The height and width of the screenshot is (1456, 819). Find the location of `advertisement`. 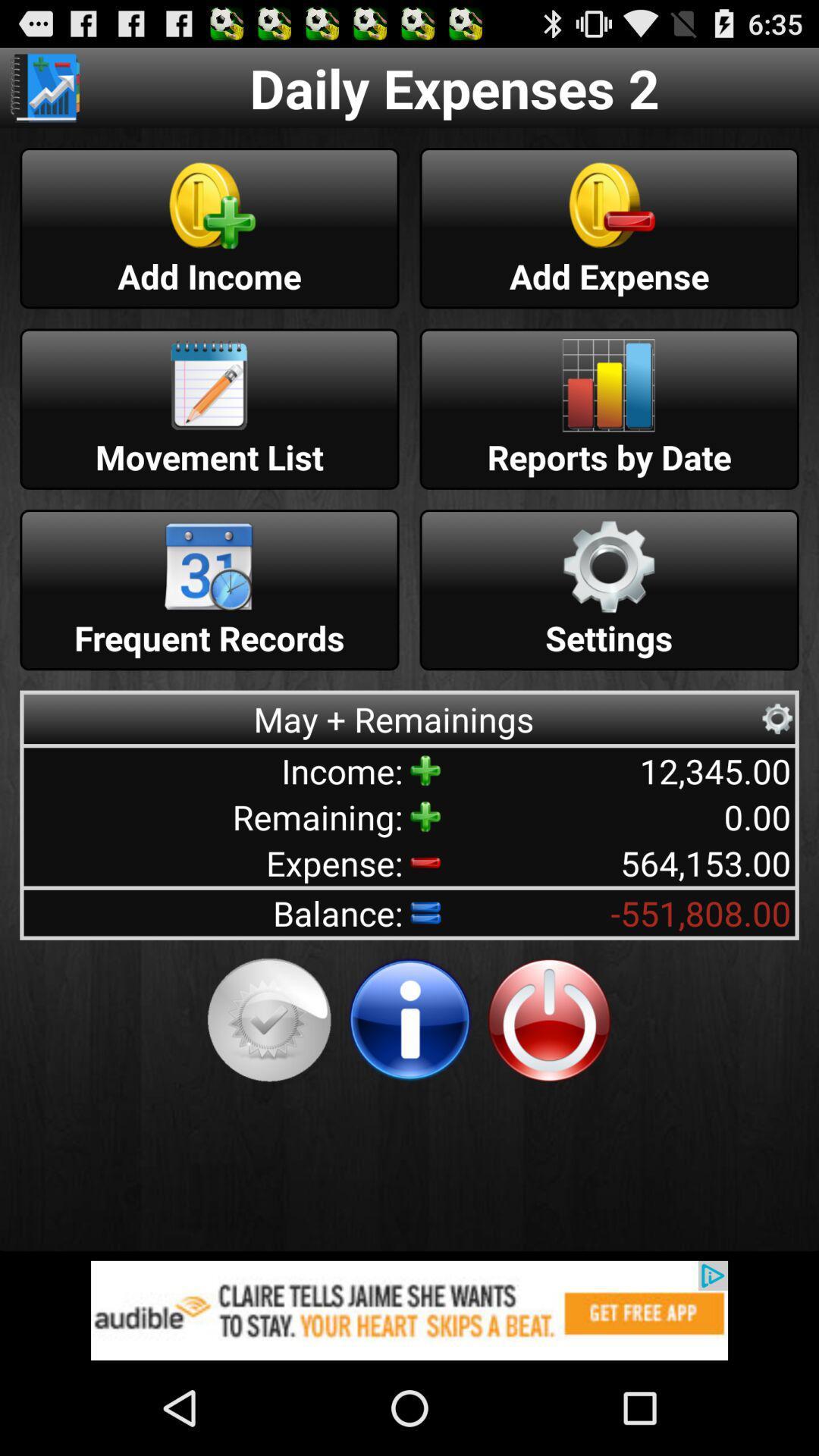

advertisement is located at coordinates (409, 1310).